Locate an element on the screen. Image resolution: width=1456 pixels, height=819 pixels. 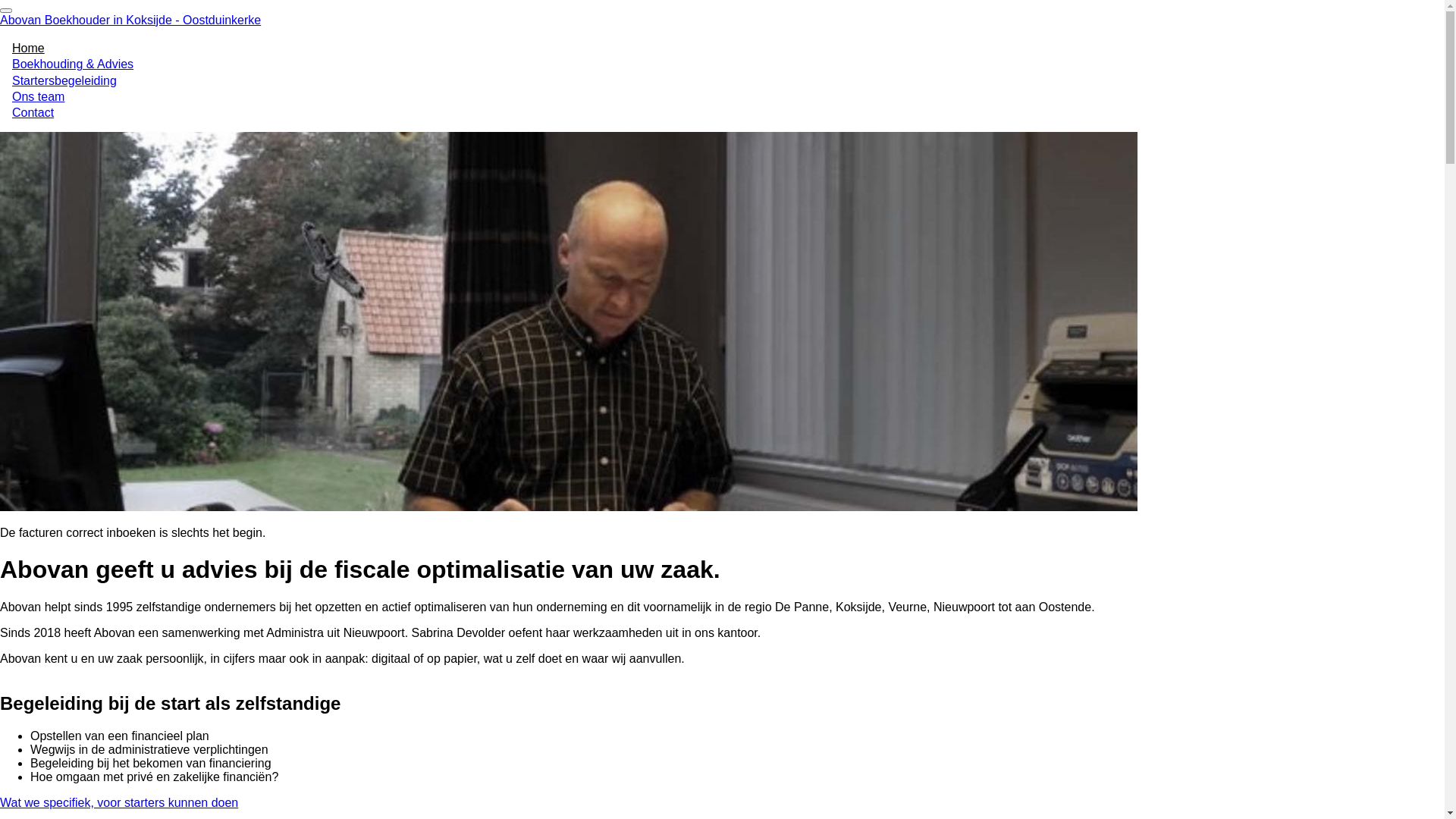
'Home' is located at coordinates (11, 47).